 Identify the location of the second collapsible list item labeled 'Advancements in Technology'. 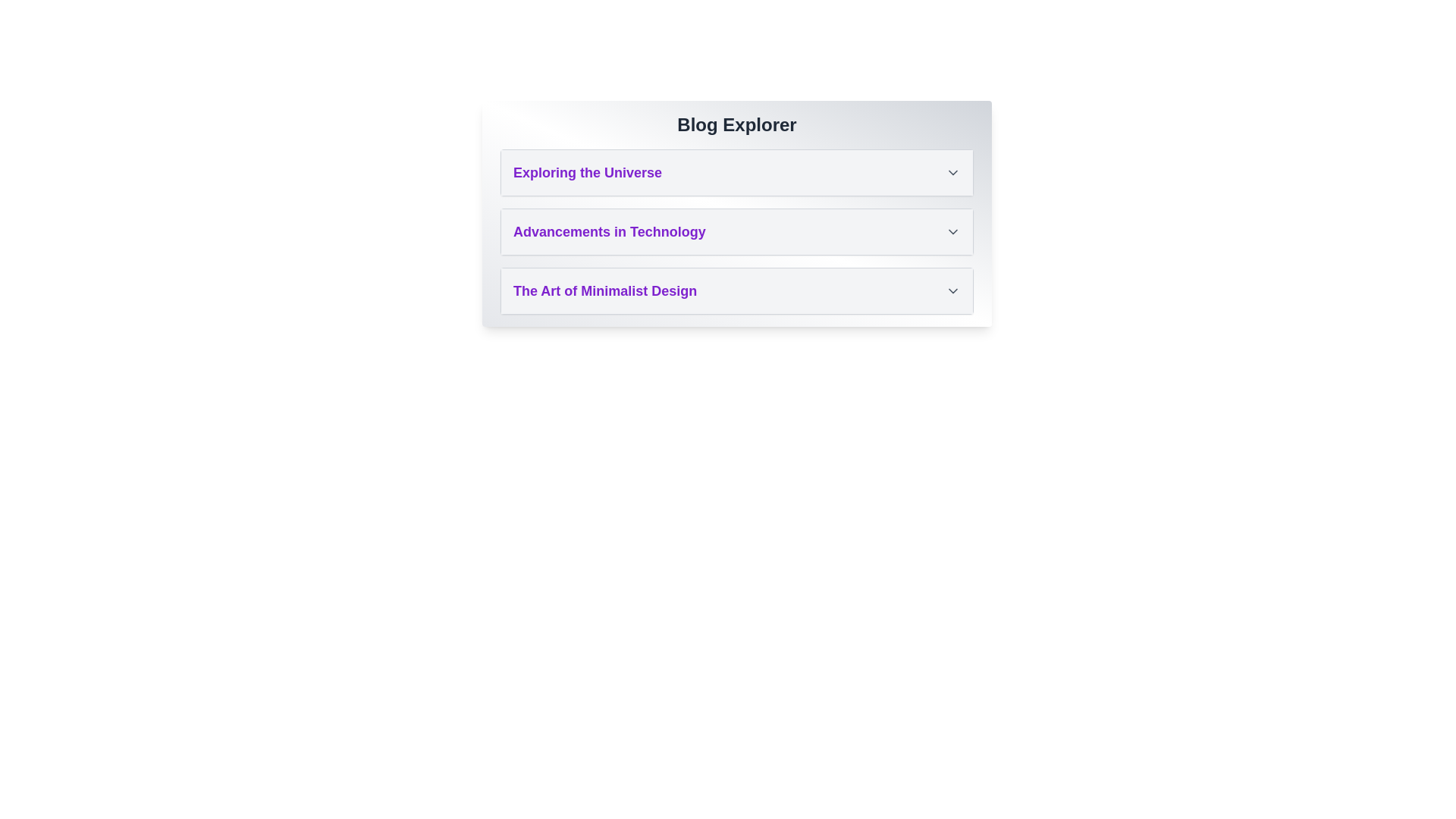
(736, 231).